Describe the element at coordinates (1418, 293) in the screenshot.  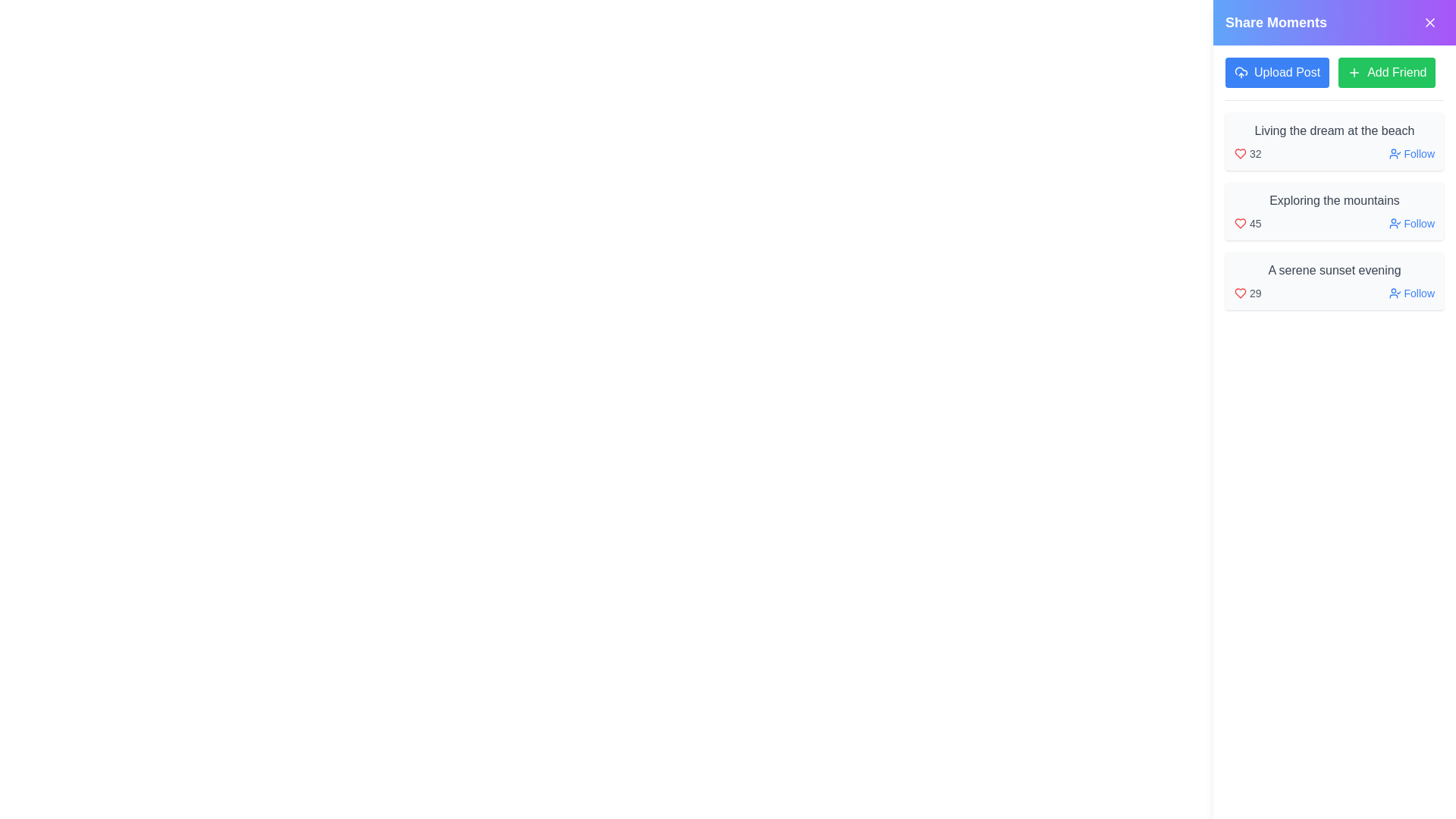
I see `the 'Follow' button styled in blue located in the bottom-right corner of the post block labeled 'A serene sunset evening' to follow the user or post` at that location.